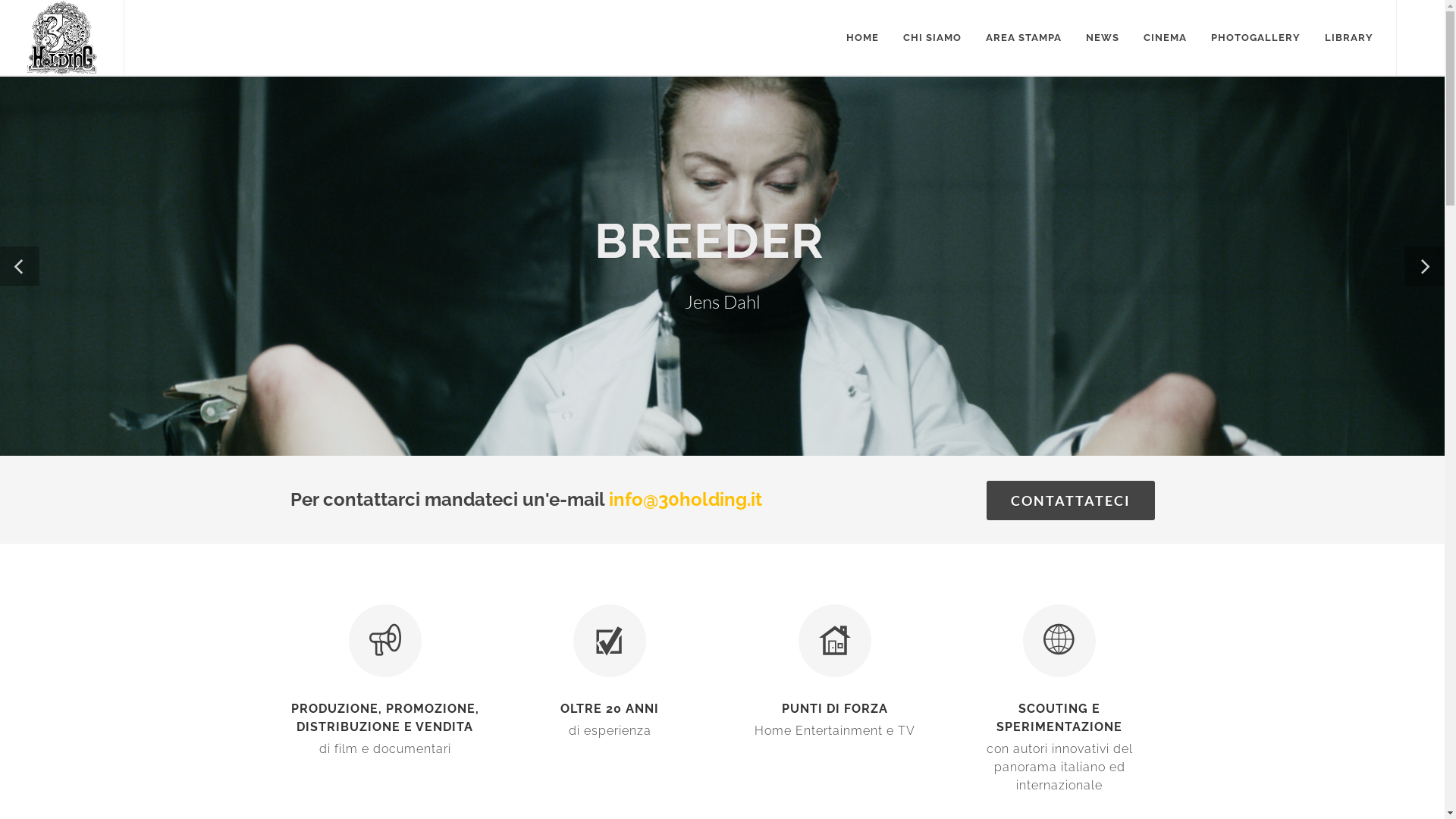 This screenshot has width=1456, height=819. I want to click on 'PHOTOGALLERY', so click(1256, 37).